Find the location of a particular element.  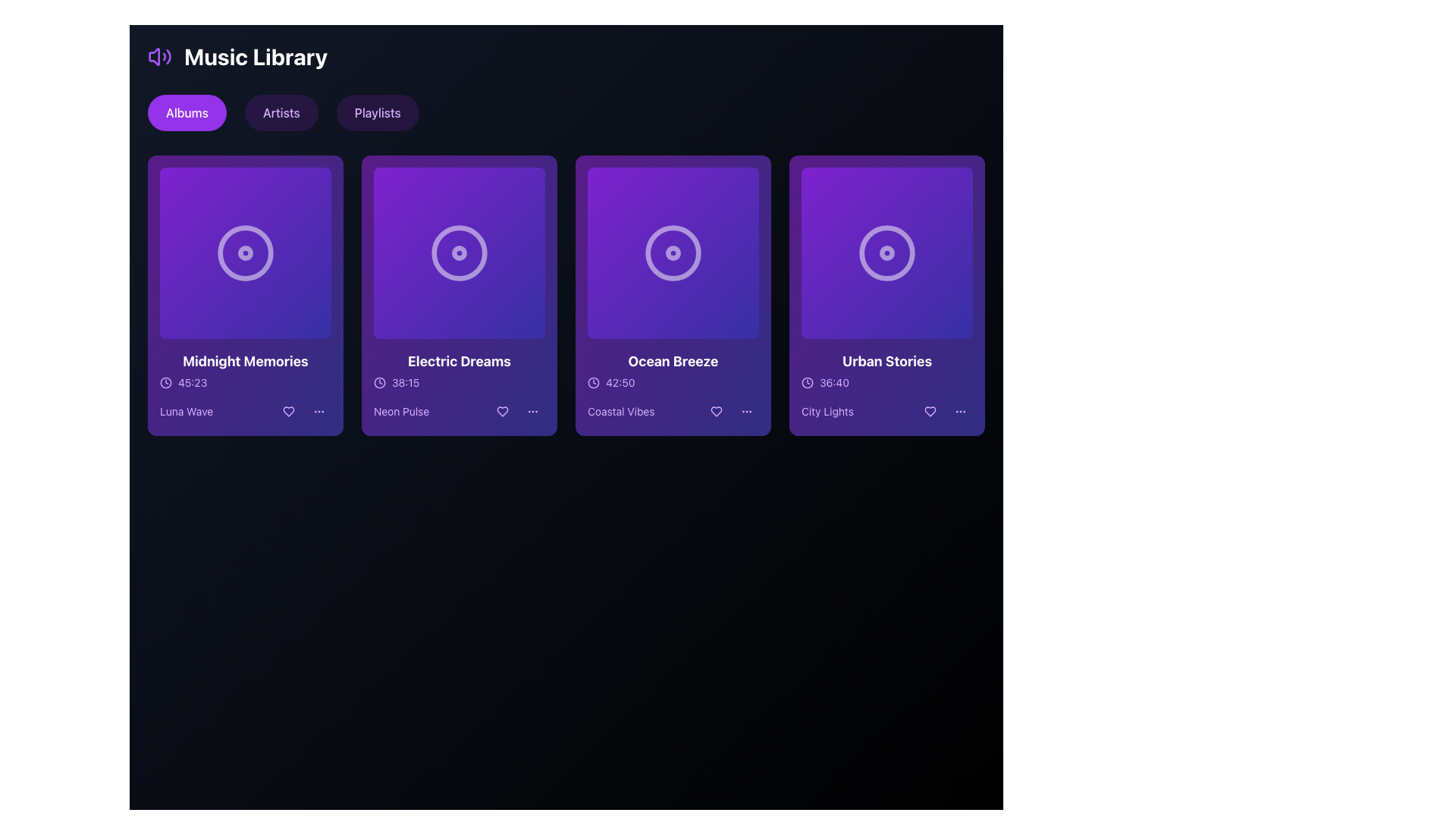

the 'like' button located on the card for the music item titled 'Ocean Breeze', which is the leftmost button in the bottom row of the card is located at coordinates (716, 412).